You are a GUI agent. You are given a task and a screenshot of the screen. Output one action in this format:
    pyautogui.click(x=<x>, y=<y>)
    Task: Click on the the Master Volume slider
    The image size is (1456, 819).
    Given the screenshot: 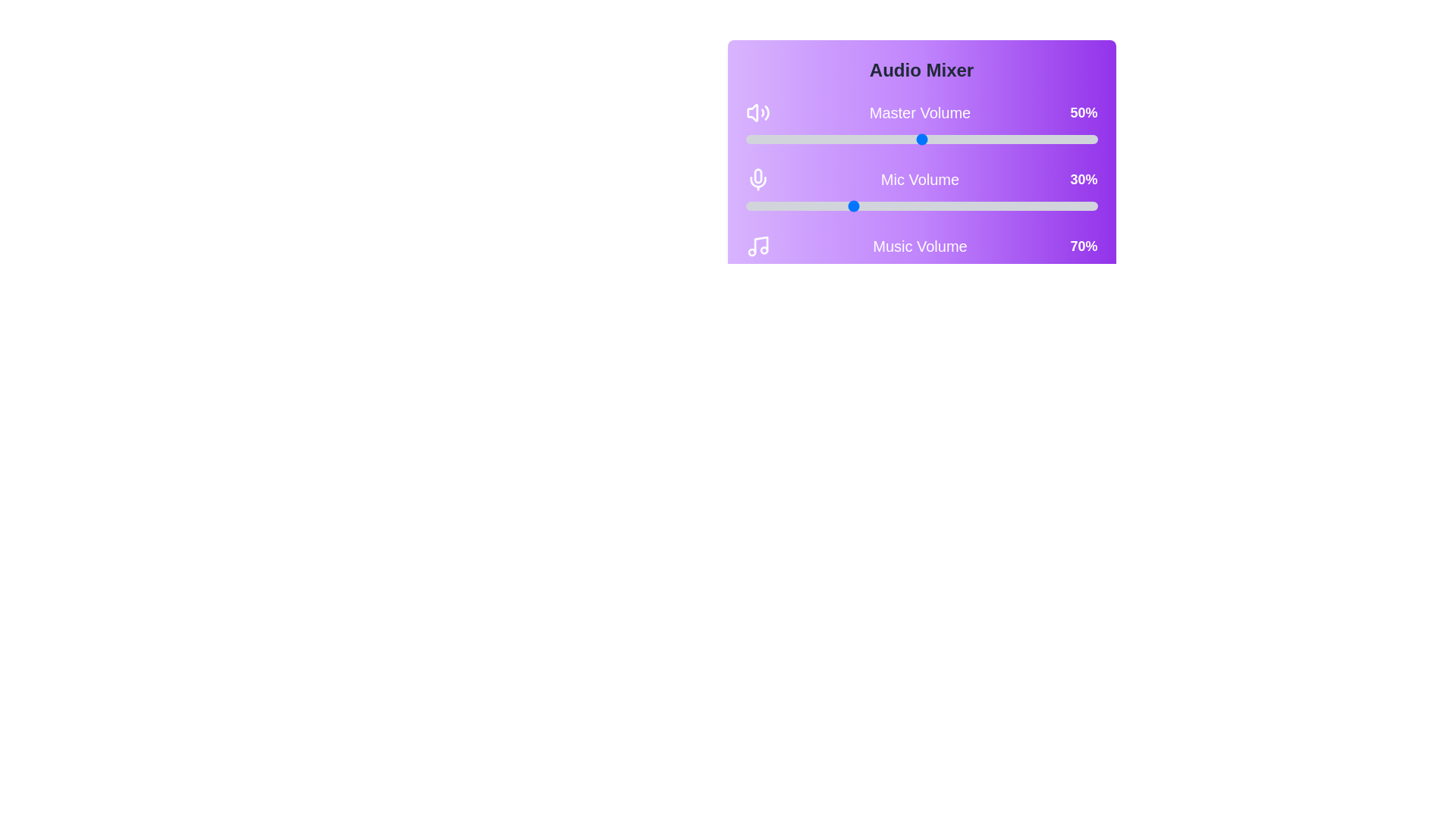 What is the action you would take?
    pyautogui.click(x=1016, y=140)
    